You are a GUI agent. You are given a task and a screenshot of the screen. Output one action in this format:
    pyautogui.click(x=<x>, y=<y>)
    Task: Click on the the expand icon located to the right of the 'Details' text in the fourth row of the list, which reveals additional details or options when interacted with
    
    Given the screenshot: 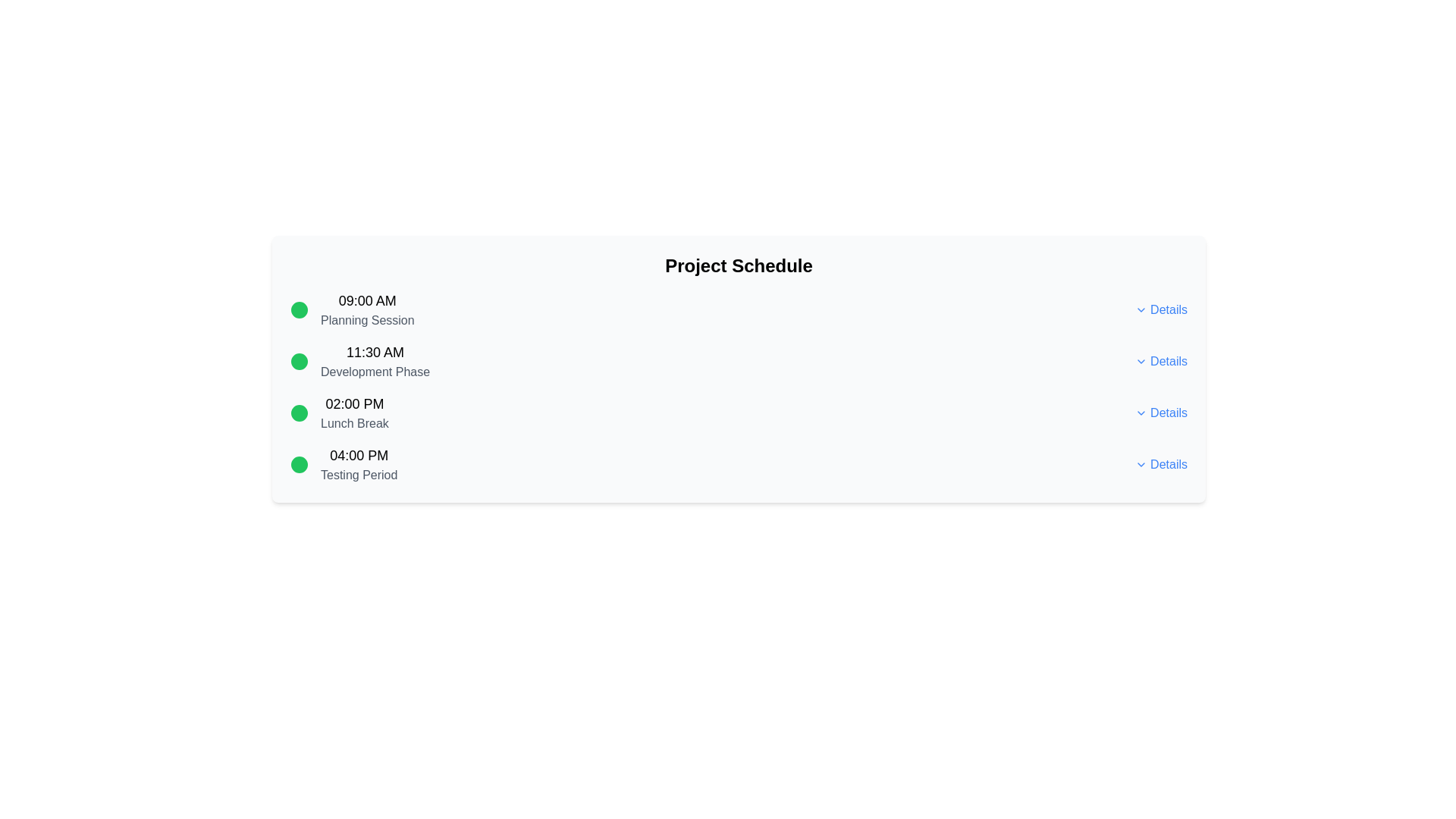 What is the action you would take?
    pyautogui.click(x=1141, y=464)
    